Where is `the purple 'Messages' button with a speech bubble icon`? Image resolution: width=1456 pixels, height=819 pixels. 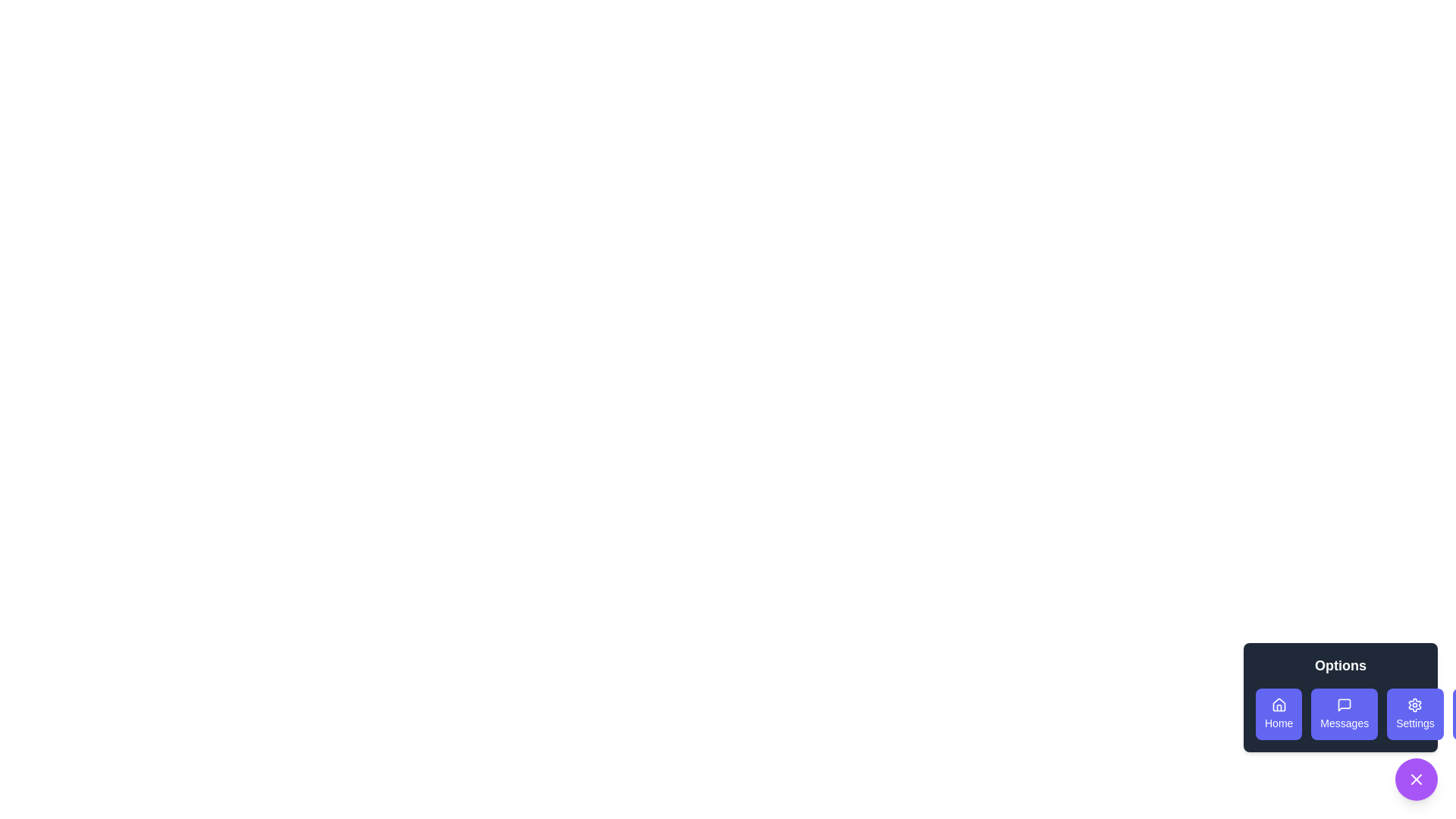
the purple 'Messages' button with a speech bubble icon is located at coordinates (1345, 714).